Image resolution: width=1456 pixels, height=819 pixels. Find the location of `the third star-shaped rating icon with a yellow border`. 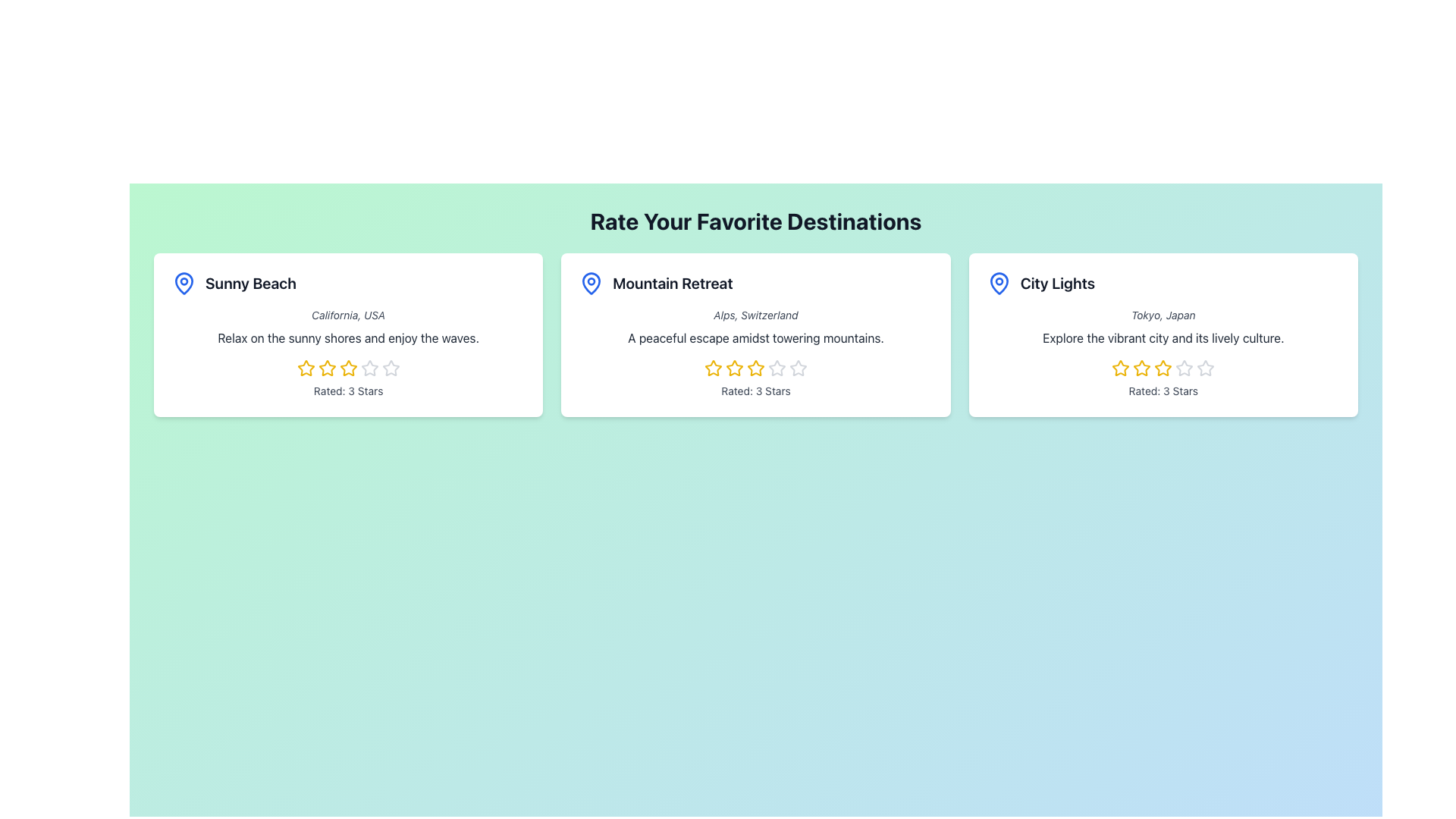

the third star-shaped rating icon with a yellow border is located at coordinates (347, 368).